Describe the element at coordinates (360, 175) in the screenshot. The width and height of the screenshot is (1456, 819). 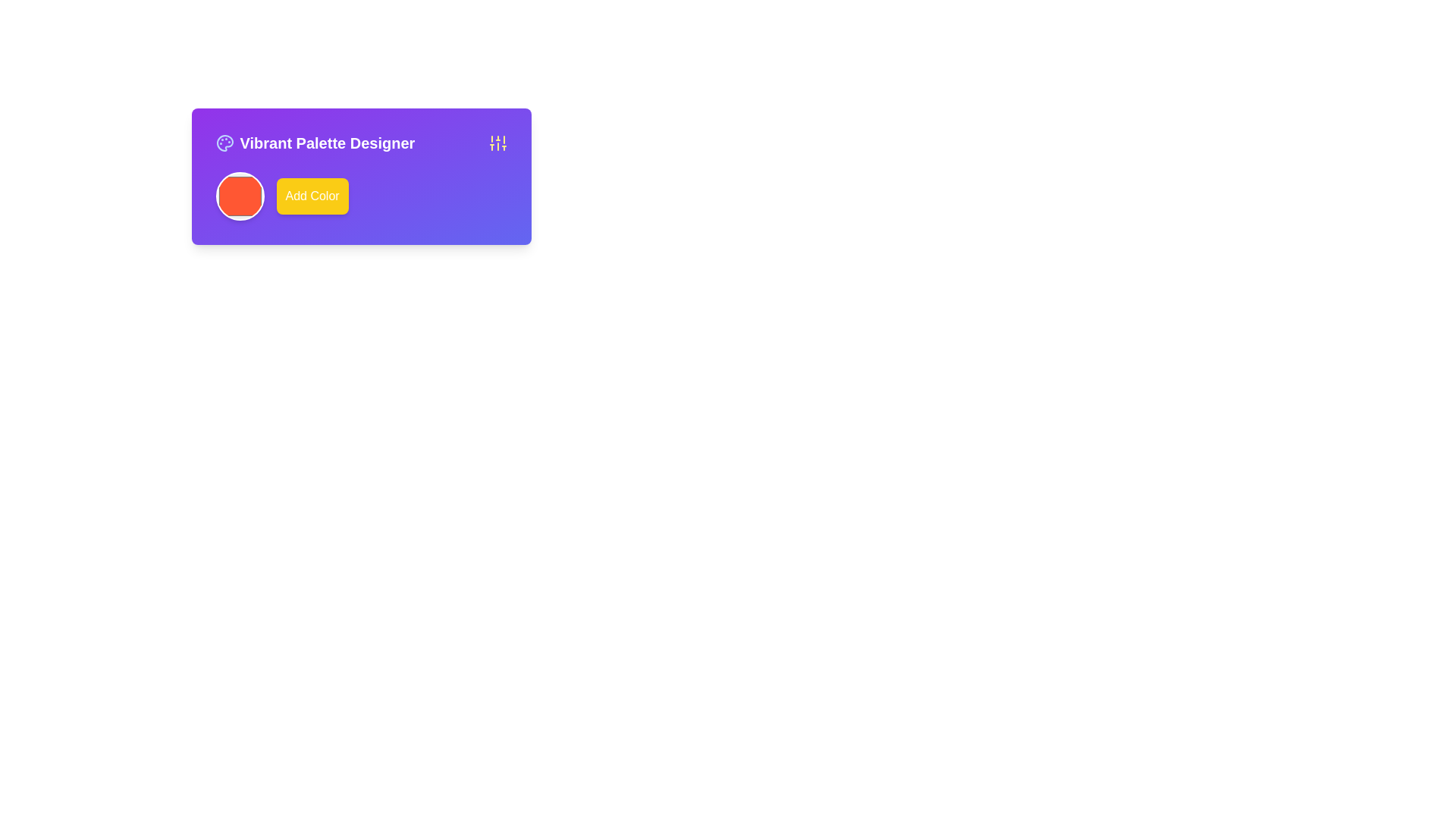
I see `the related settings of the 'Vibrant Palette Designer' card by clicking on the sliders icon embedded within it` at that location.